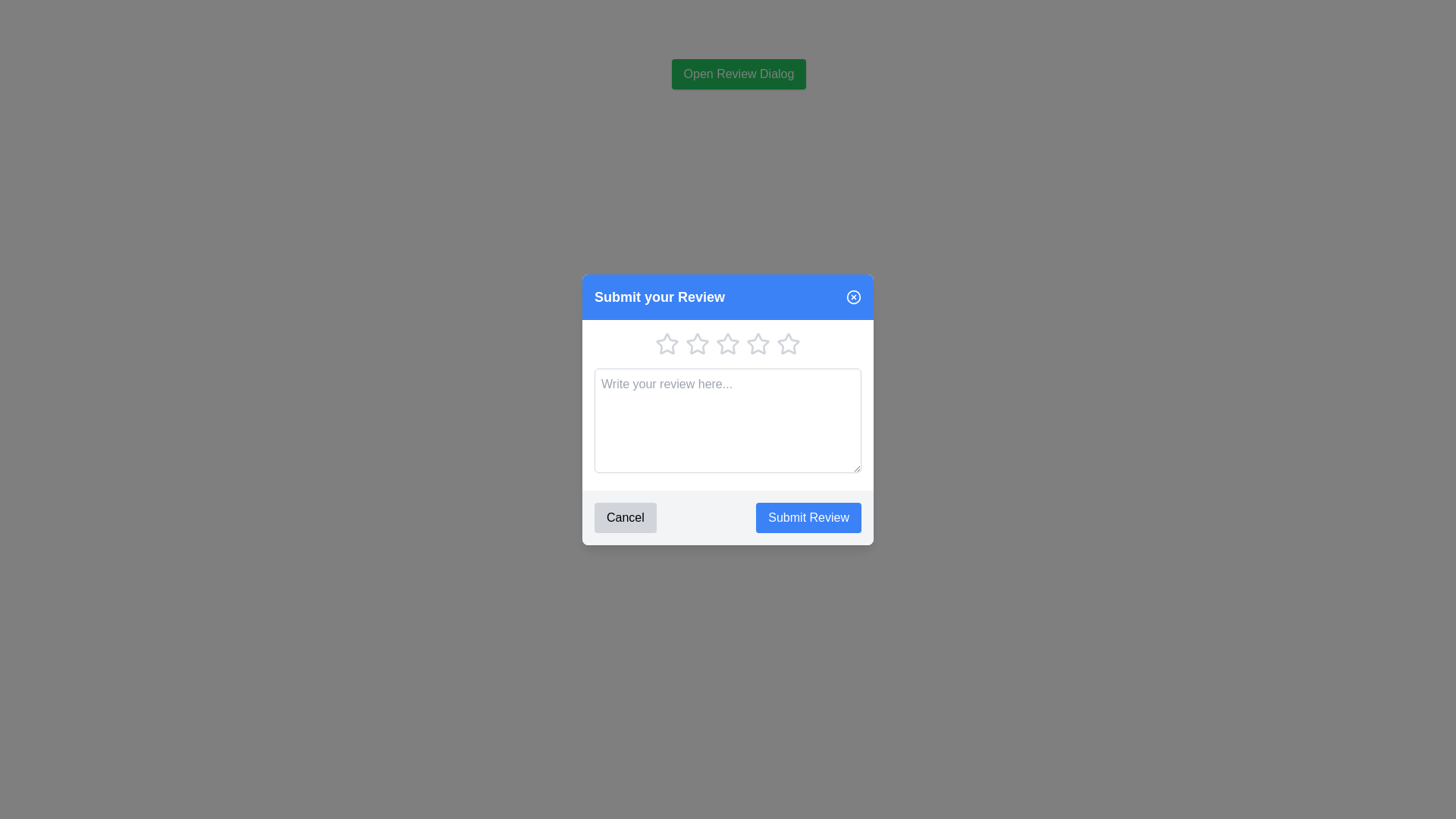  What do you see at coordinates (625, 516) in the screenshot?
I see `the 'Cancel' button located in the footer section of the 'Submit your Review' dialog box, which is on the left side of the 'Submit Review' button` at bounding box center [625, 516].